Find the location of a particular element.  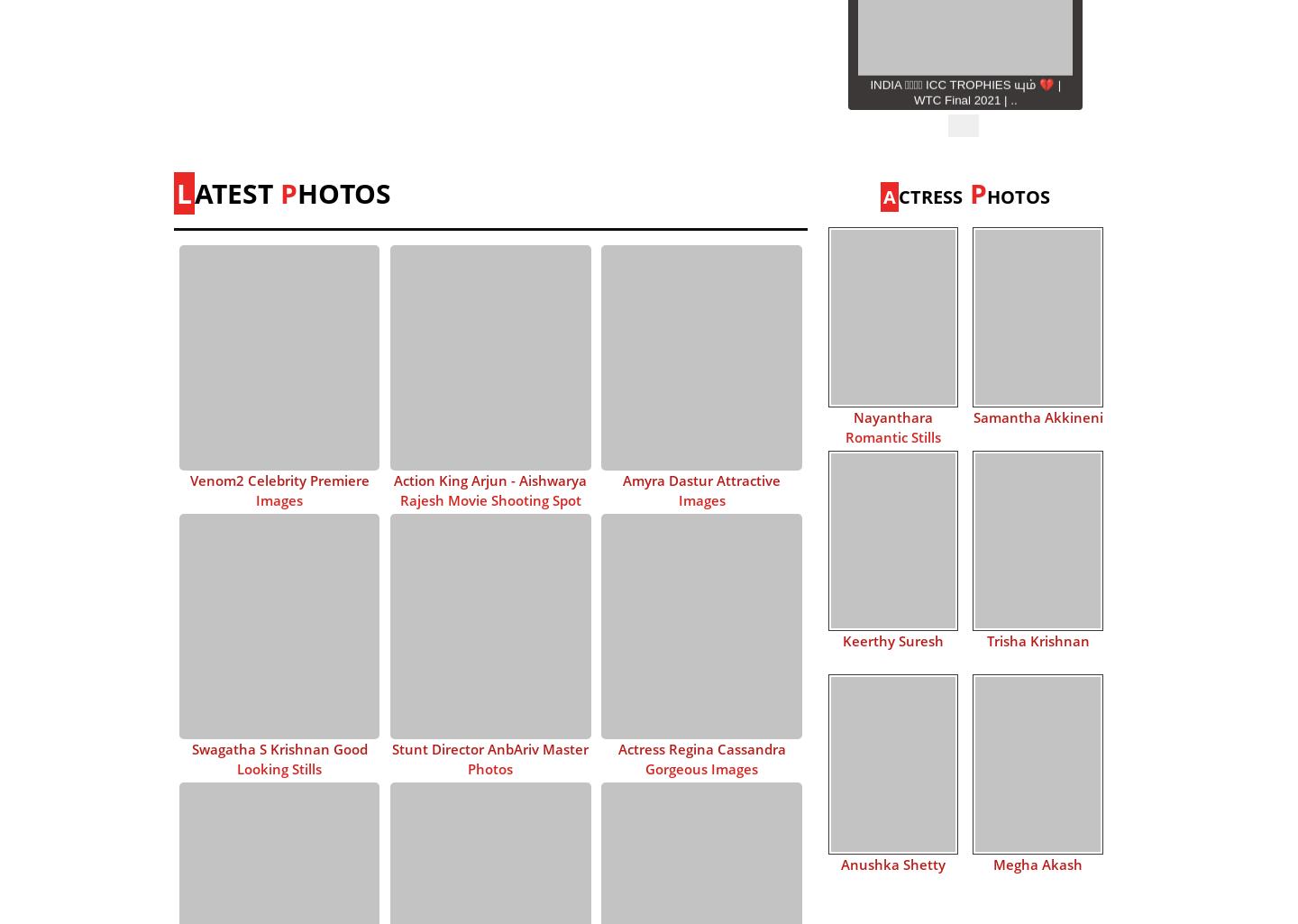

'Vikram Full Cast 💥 | Kamal Haasan | VJS | Lokesh K..' is located at coordinates (964, 591).